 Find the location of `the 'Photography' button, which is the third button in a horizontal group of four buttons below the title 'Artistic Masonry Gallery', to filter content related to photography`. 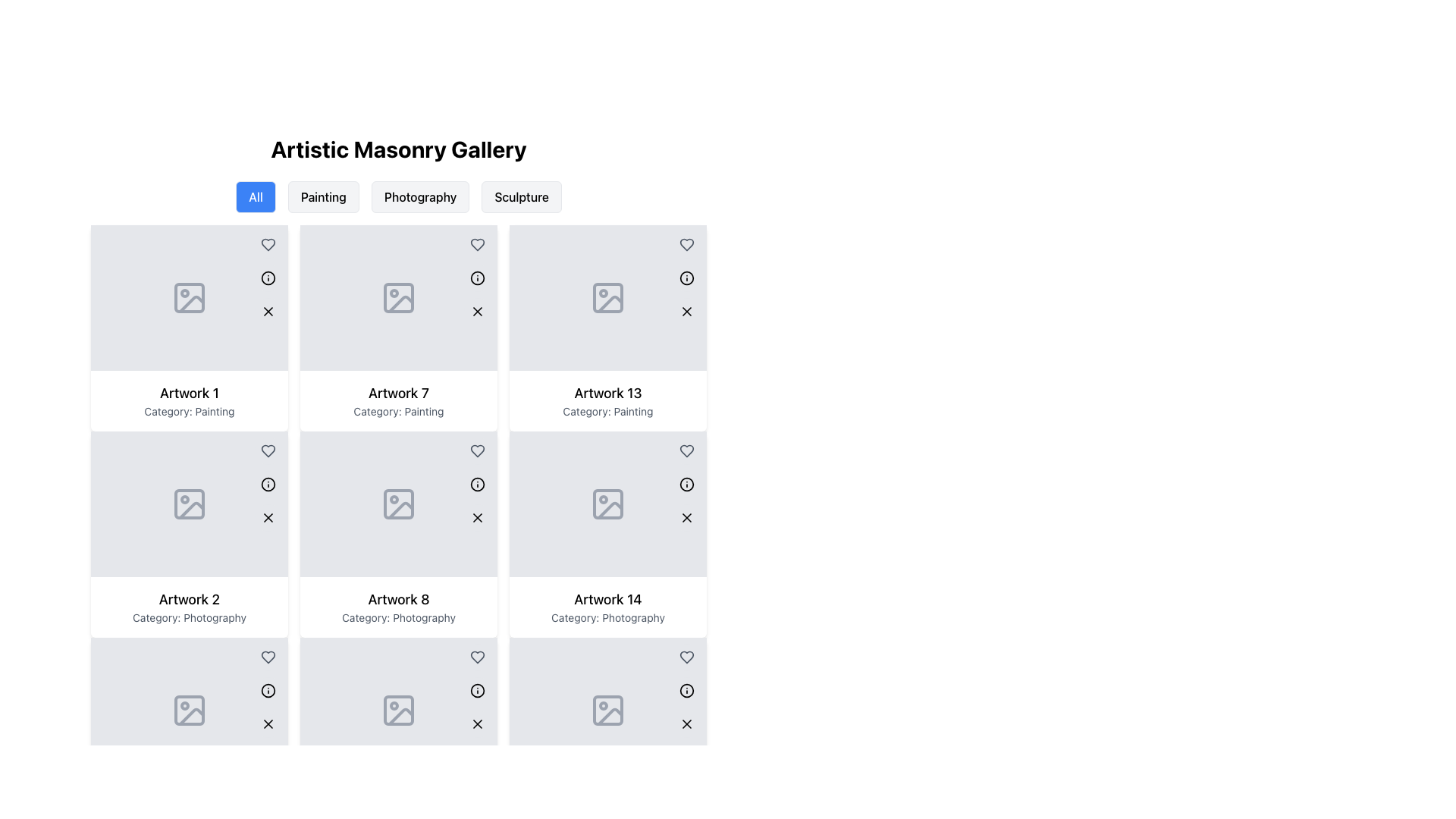

the 'Photography' button, which is the third button in a horizontal group of four buttons below the title 'Artistic Masonry Gallery', to filter content related to photography is located at coordinates (399, 196).